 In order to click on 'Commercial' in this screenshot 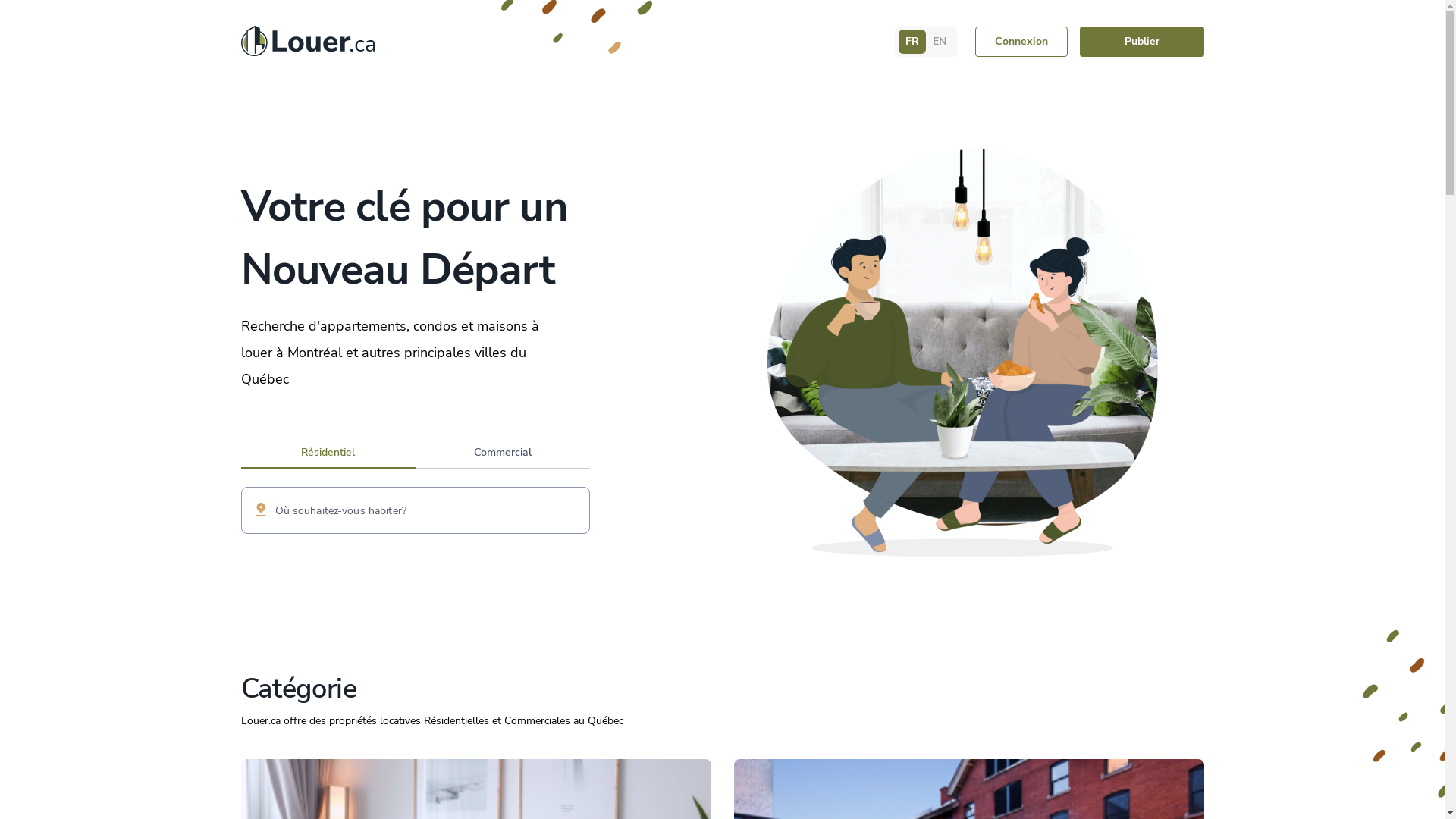, I will do `click(502, 454)`.